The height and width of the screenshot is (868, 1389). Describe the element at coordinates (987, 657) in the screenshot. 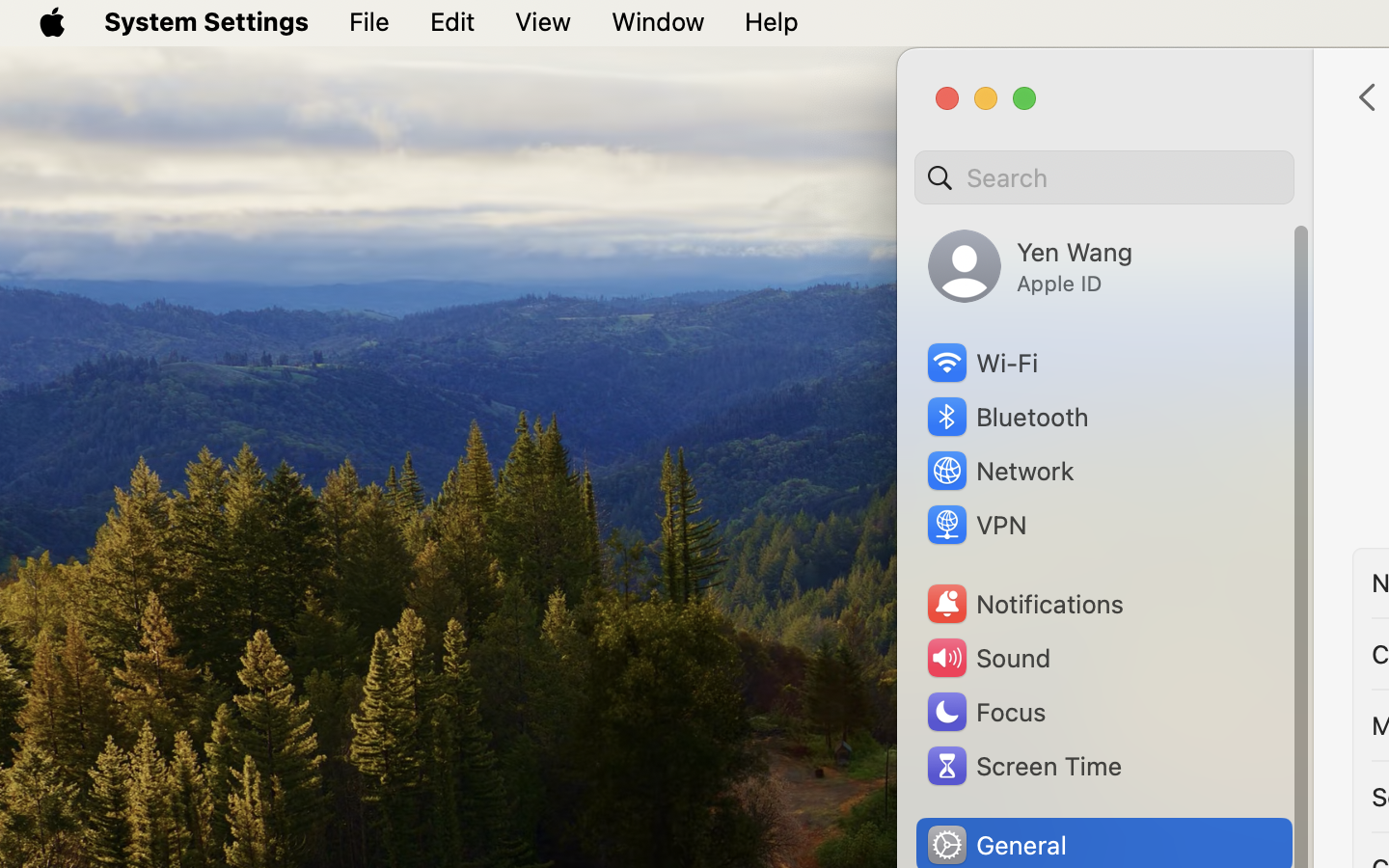

I see `'Sound'` at that location.